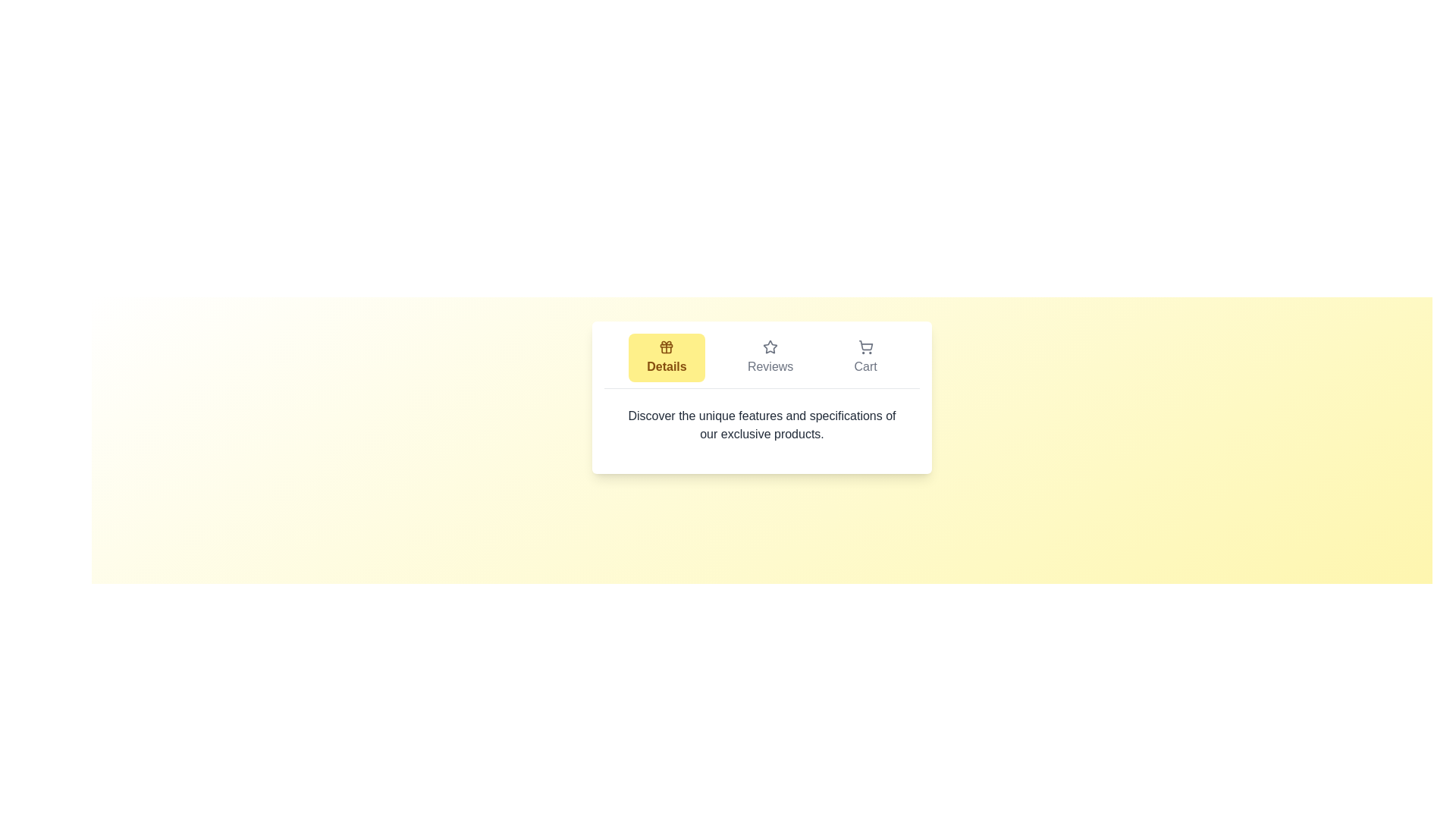 The height and width of the screenshot is (819, 1456). I want to click on the tab labeled Reviews to switch to its content, so click(770, 357).